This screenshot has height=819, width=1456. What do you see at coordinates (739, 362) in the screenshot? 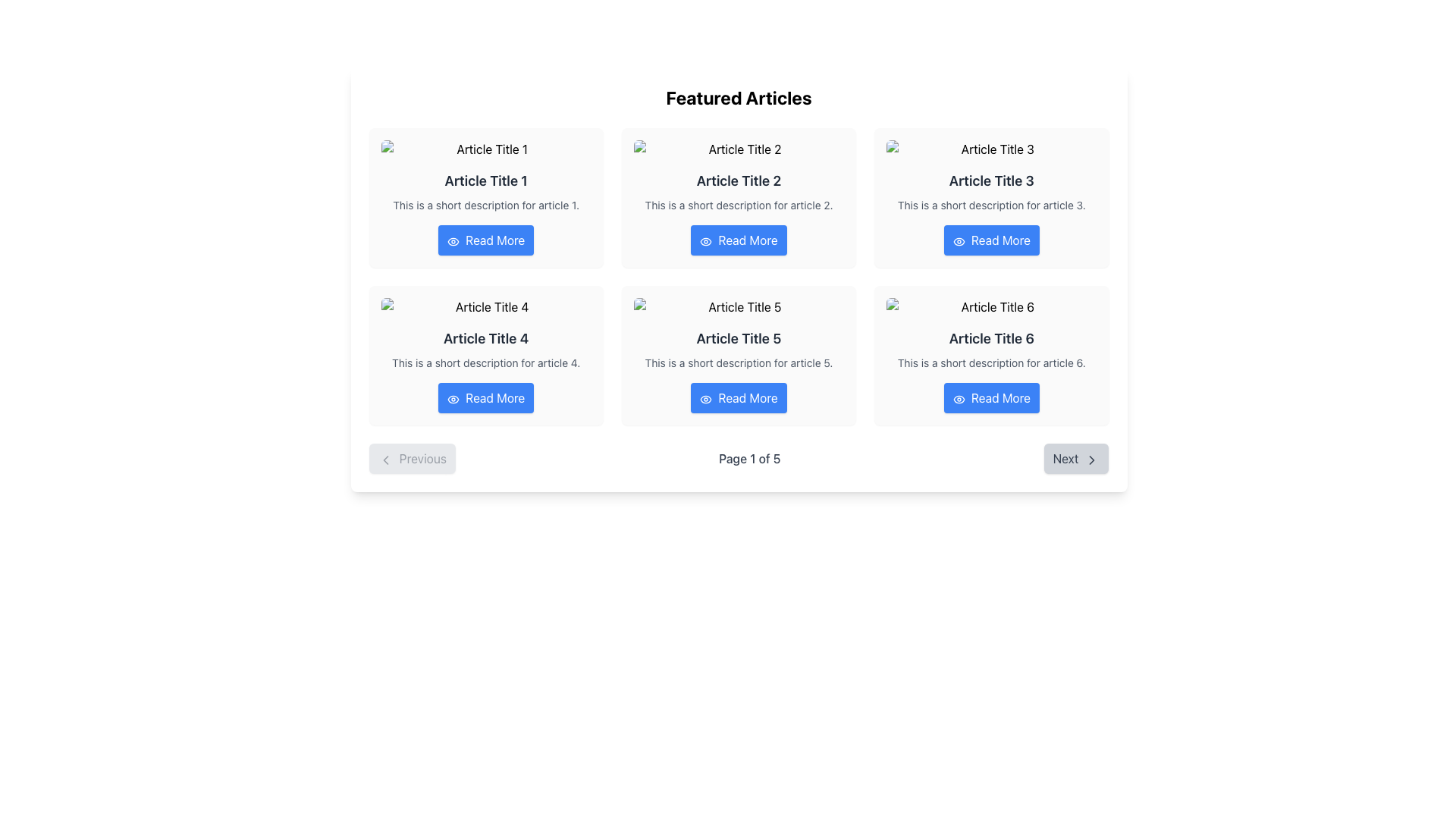
I see `the descriptive text element for the article titled 'Article Title 5', which is located directly below its title and above the 'Read More' button` at bounding box center [739, 362].